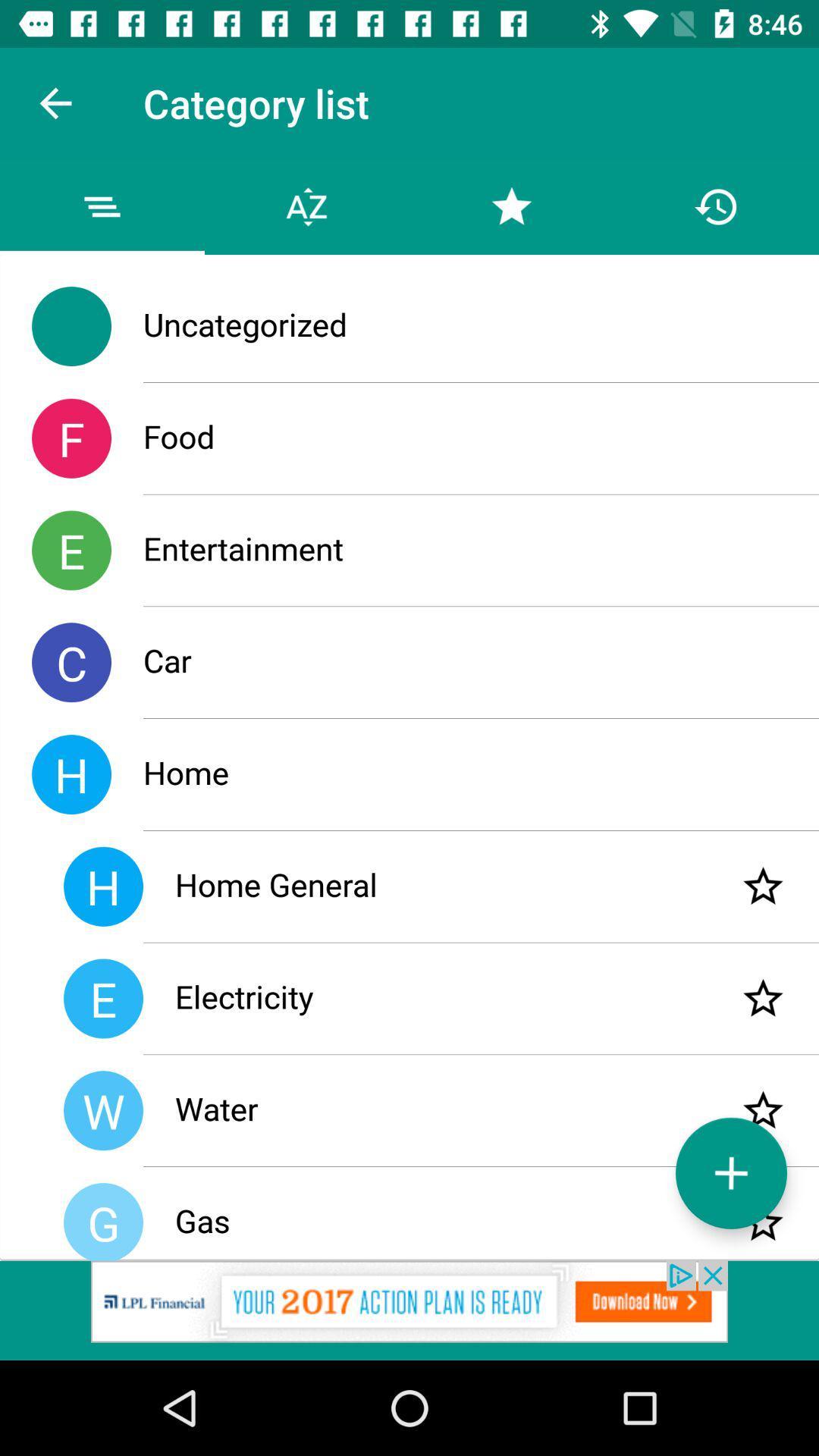 The width and height of the screenshot is (819, 1456). Describe the element at coordinates (763, 1110) in the screenshot. I see `option unchecked` at that location.